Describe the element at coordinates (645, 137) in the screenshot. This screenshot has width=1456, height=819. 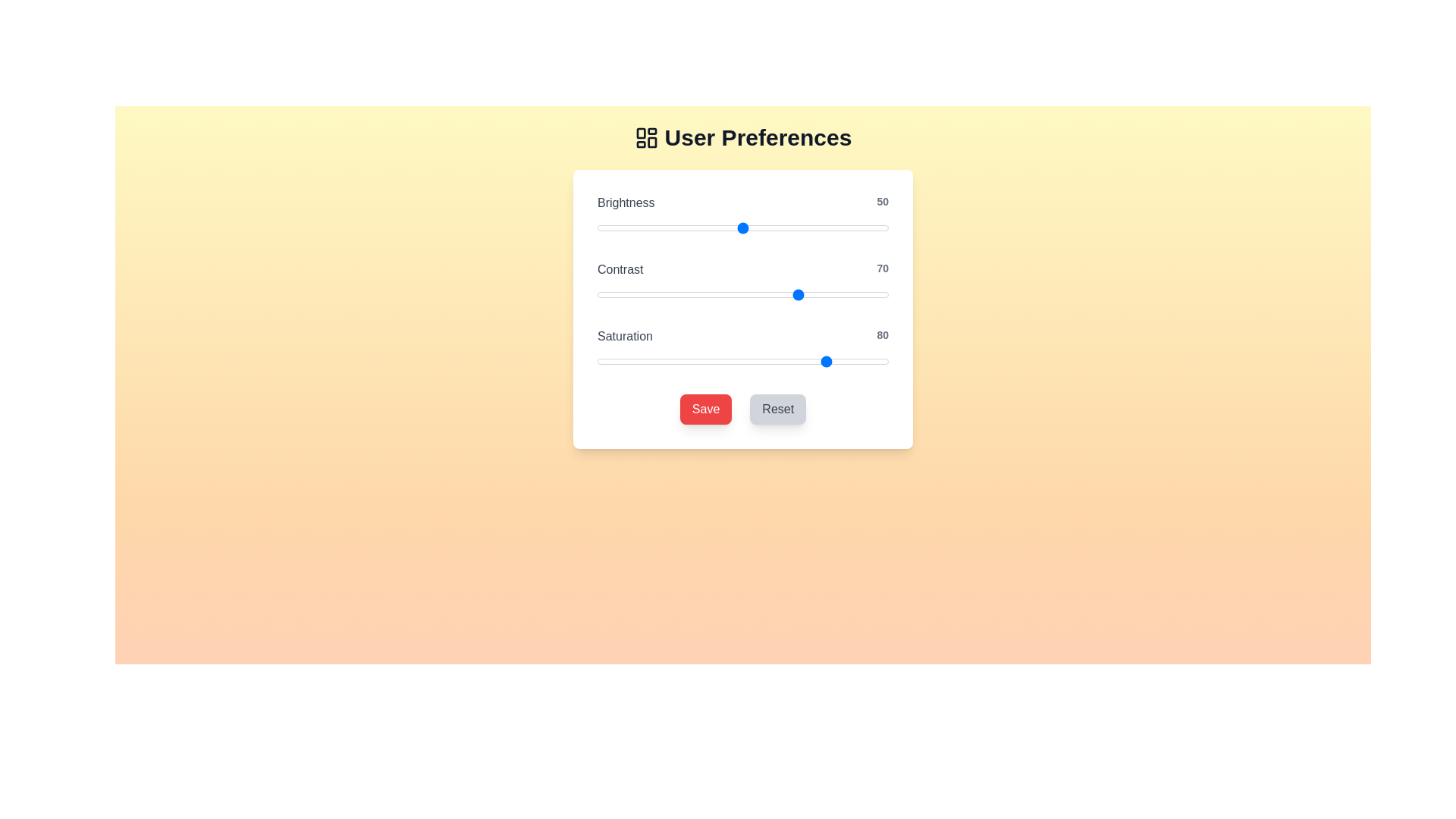
I see `icon next to the heading to highlight it` at that location.